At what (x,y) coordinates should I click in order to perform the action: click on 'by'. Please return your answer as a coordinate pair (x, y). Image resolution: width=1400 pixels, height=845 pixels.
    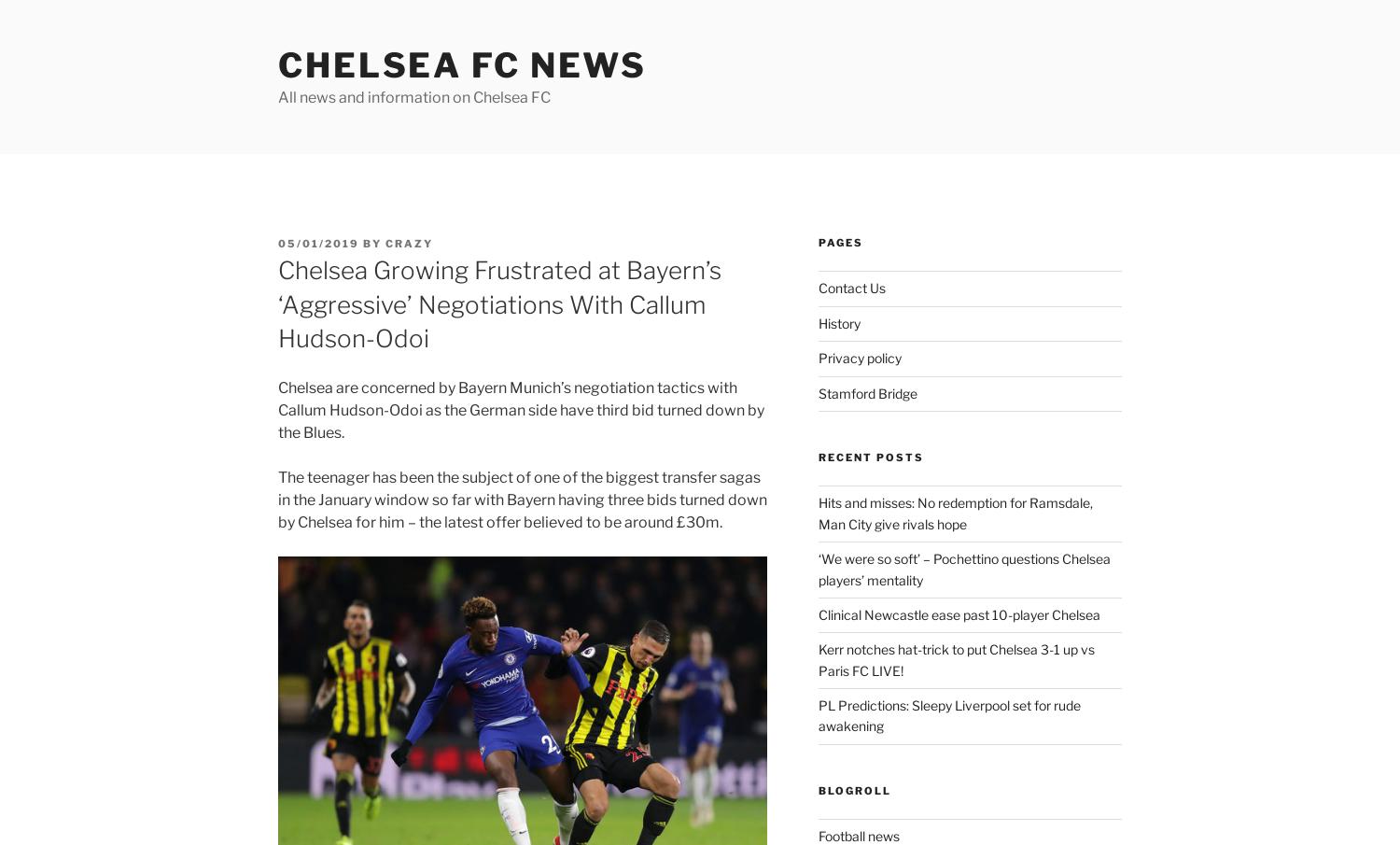
    Looking at the image, I should click on (372, 244).